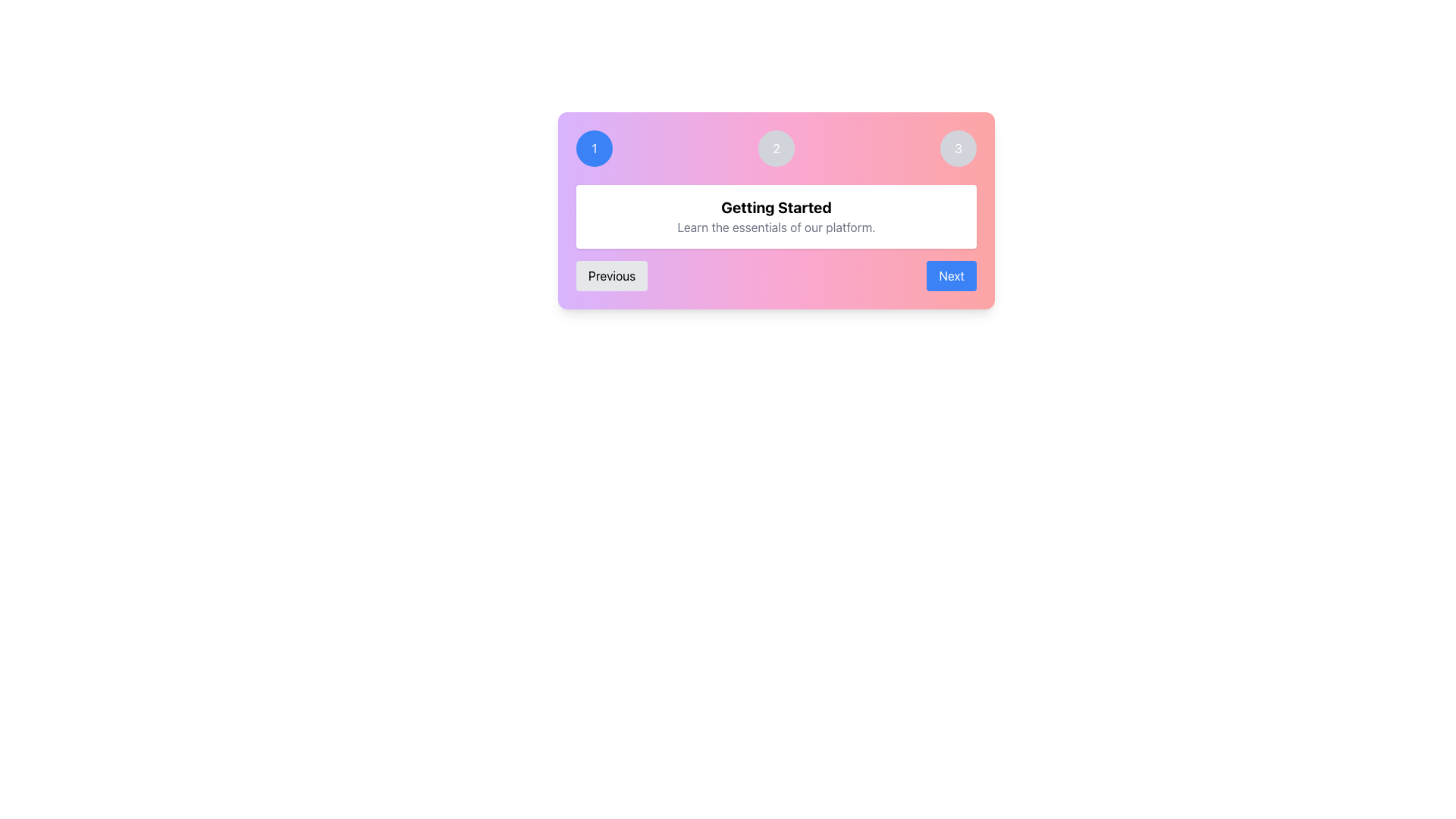 The image size is (1456, 819). Describe the element at coordinates (593, 149) in the screenshot. I see `the first Step indicator button, which visually represents step 1 in the multi-step process, located on the leftmost side of the top interface above the text 'Getting Started'` at that location.